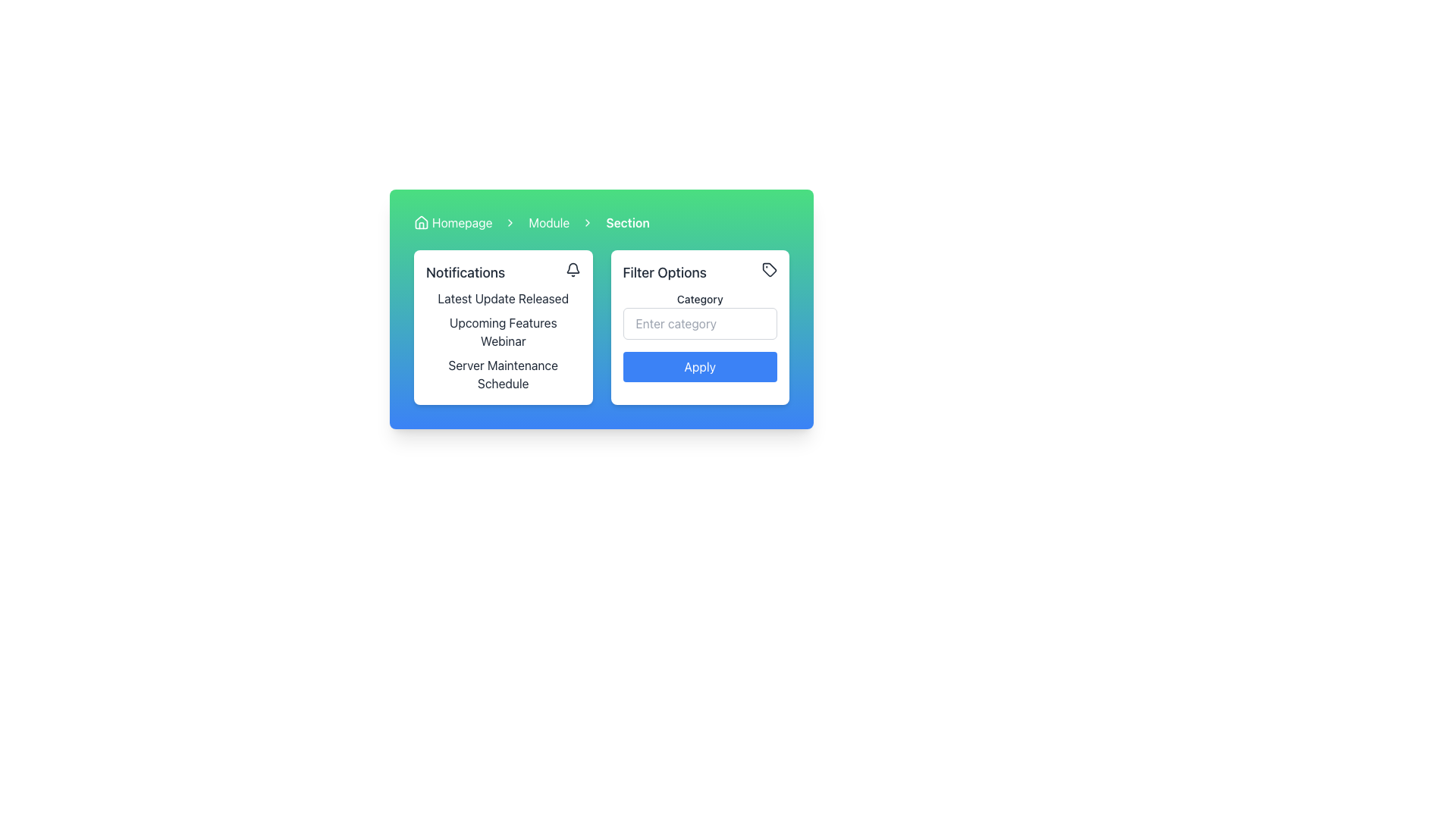  What do you see at coordinates (699, 299) in the screenshot?
I see `the 'Category' label in the 'Filter Options' panel, which displays the text in a sans-serif font style above a text input field` at bounding box center [699, 299].